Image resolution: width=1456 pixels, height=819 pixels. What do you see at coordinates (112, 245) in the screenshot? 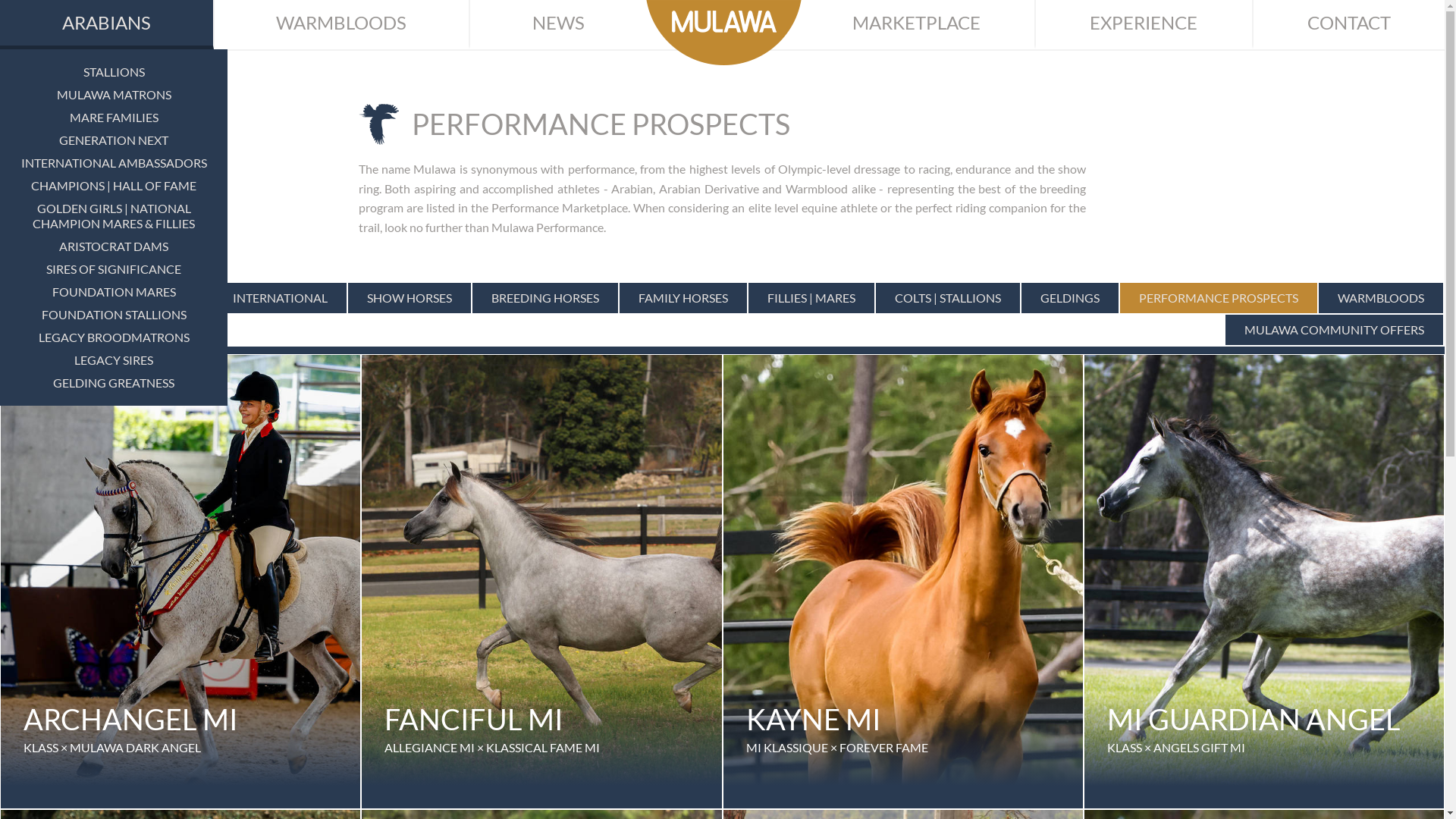
I see `'ARISTOCRAT DAMS'` at bounding box center [112, 245].